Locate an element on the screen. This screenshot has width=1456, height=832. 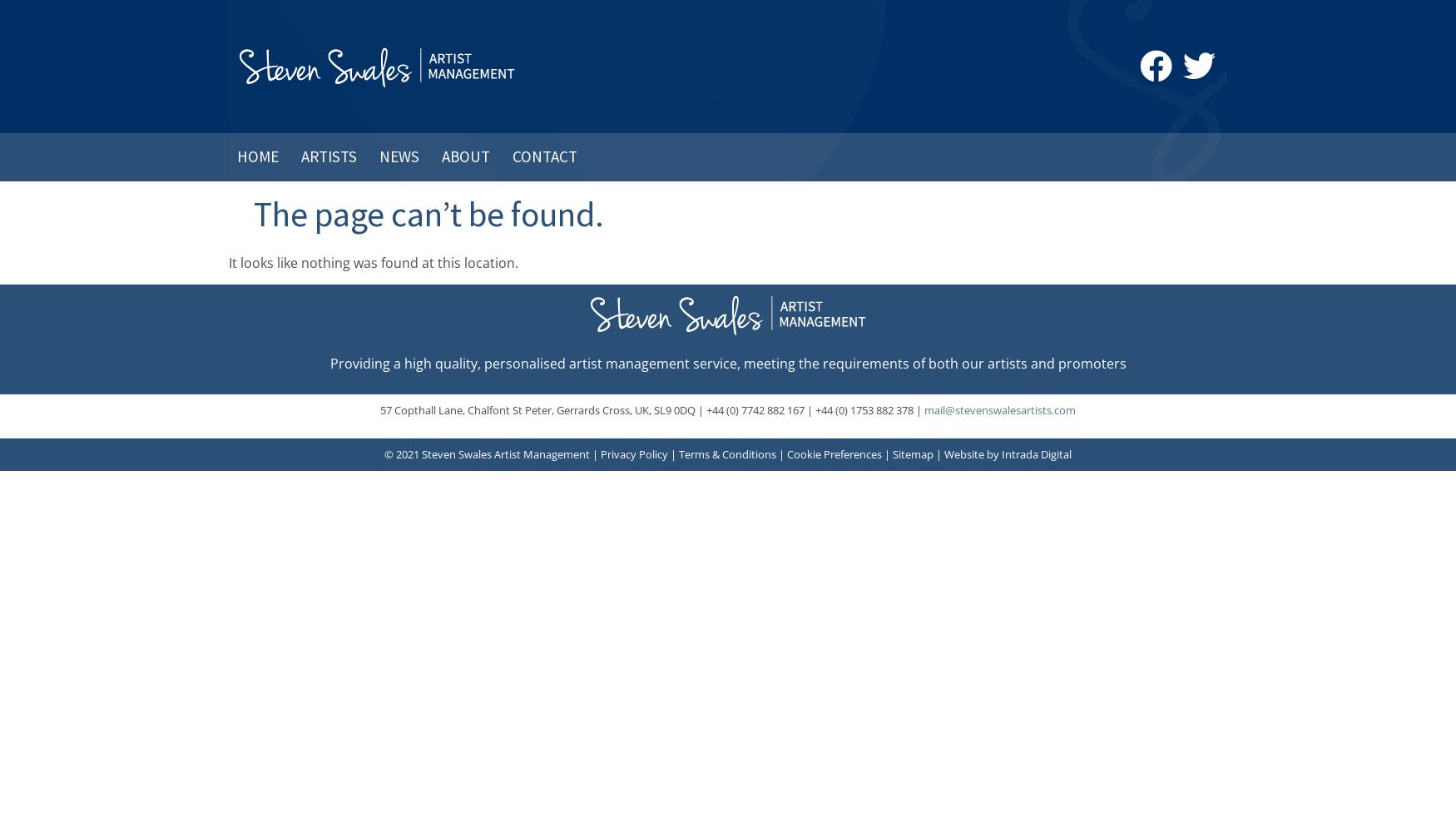
'It looks like nothing was found at this location.' is located at coordinates (227, 261).